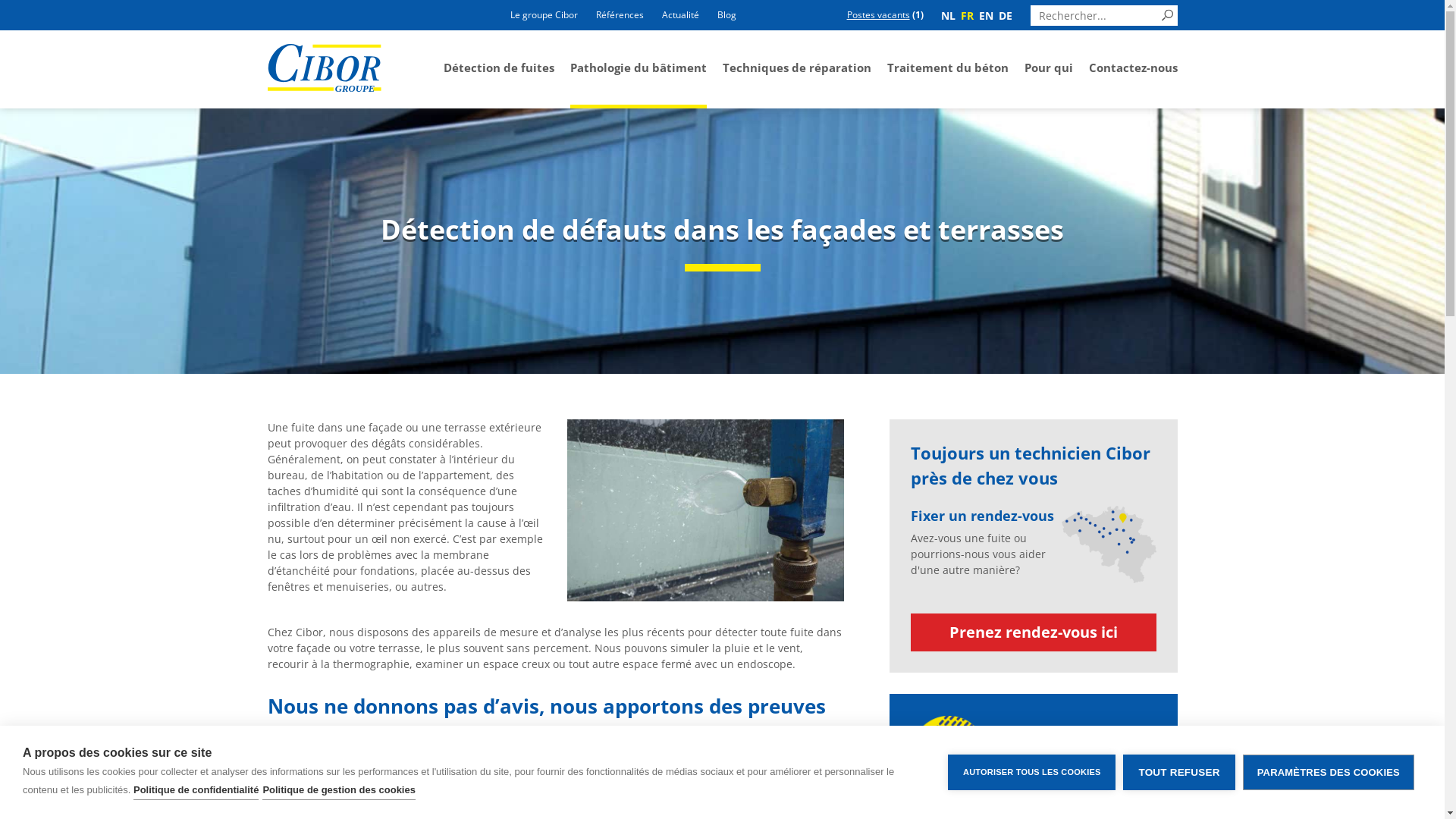 The height and width of the screenshot is (819, 1456). I want to click on 'Contactez-nous', so click(1133, 69).